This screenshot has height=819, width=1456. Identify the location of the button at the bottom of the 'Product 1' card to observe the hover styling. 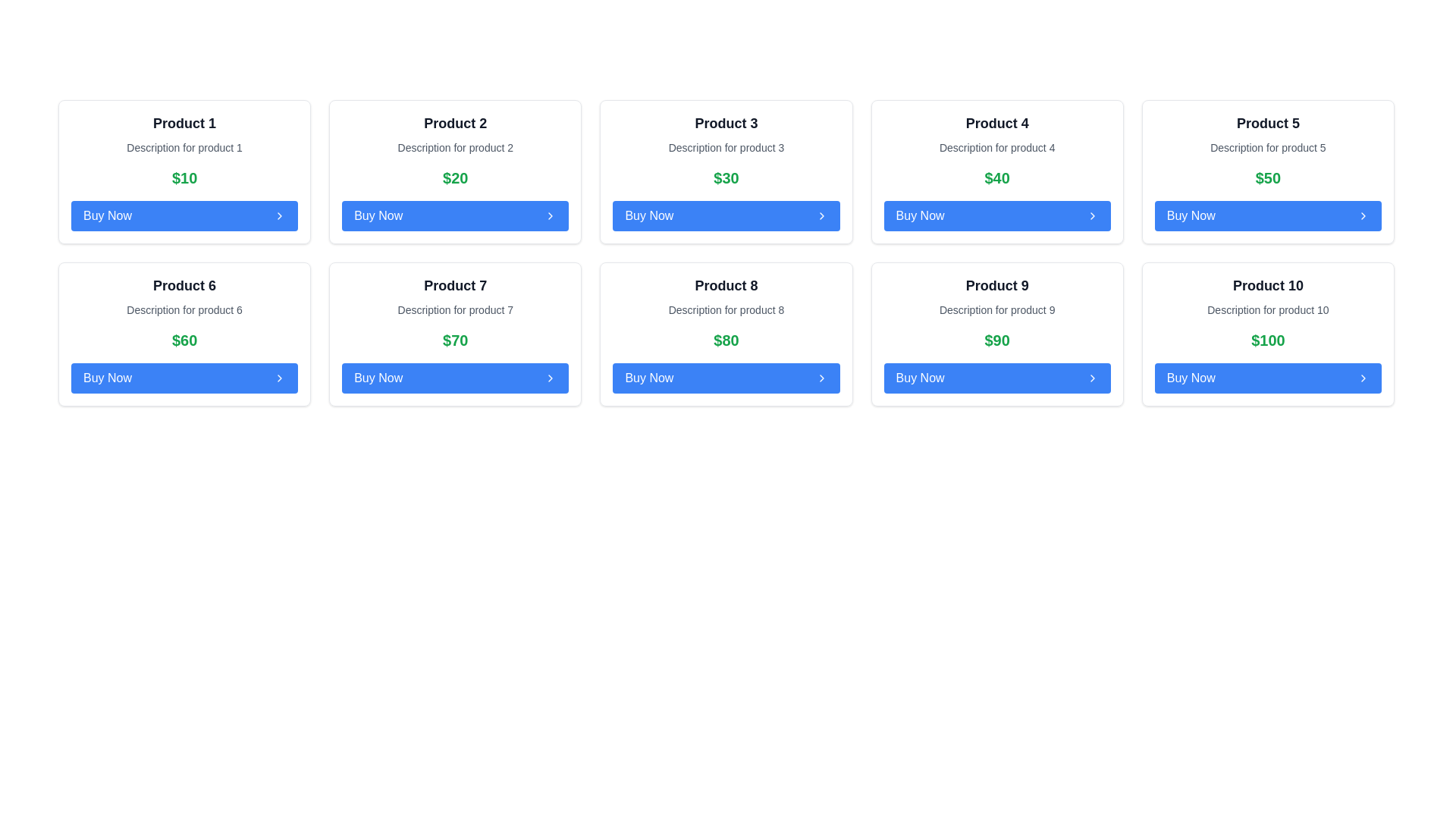
(184, 216).